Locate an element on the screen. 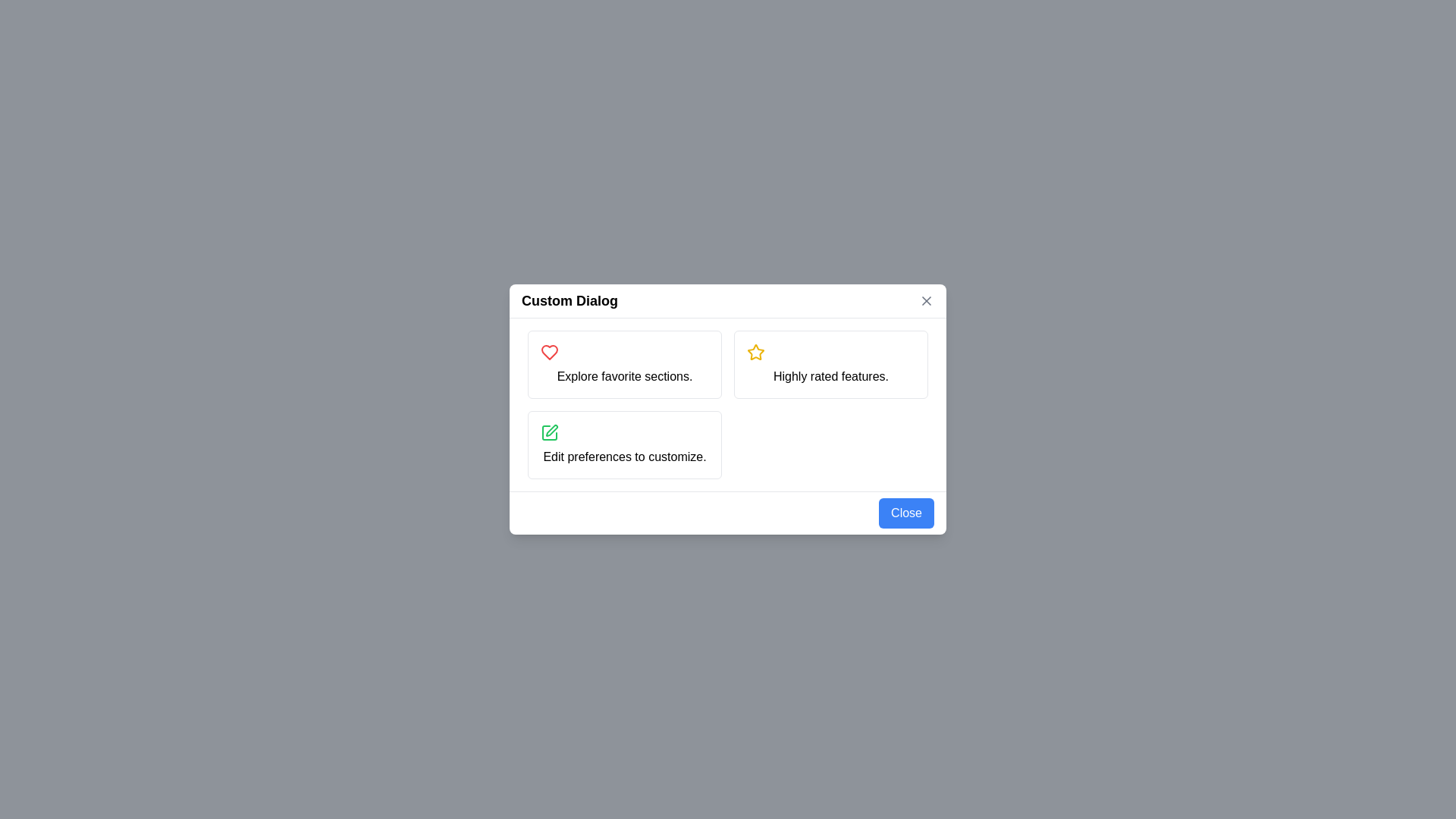  the green outlined pen icon located in the middle row of the dialog box, to the left of the text 'Edit preferences to customize.' is located at coordinates (548, 432).